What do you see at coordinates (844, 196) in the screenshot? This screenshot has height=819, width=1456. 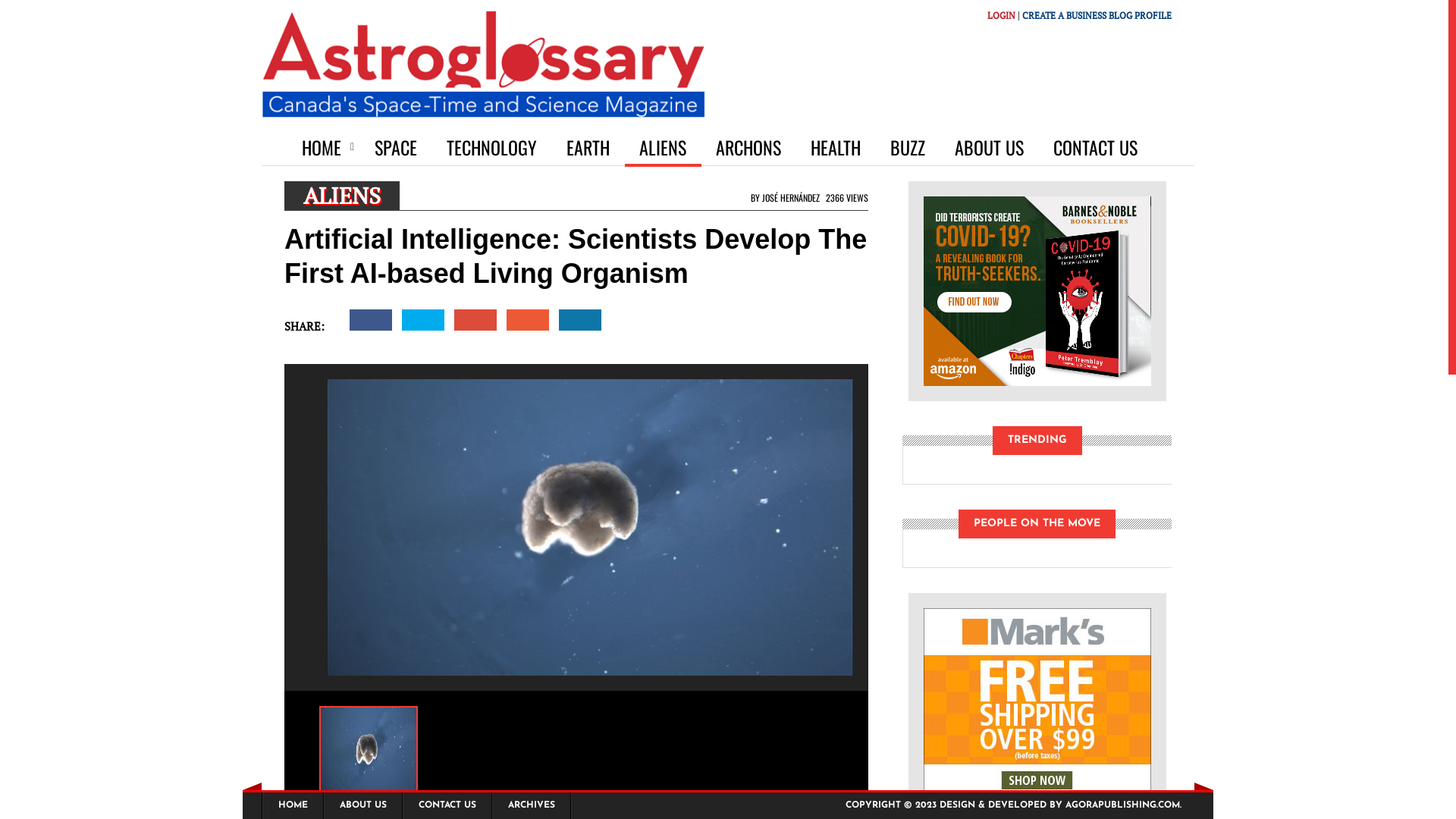 I see `'2366 VIEWS'` at bounding box center [844, 196].